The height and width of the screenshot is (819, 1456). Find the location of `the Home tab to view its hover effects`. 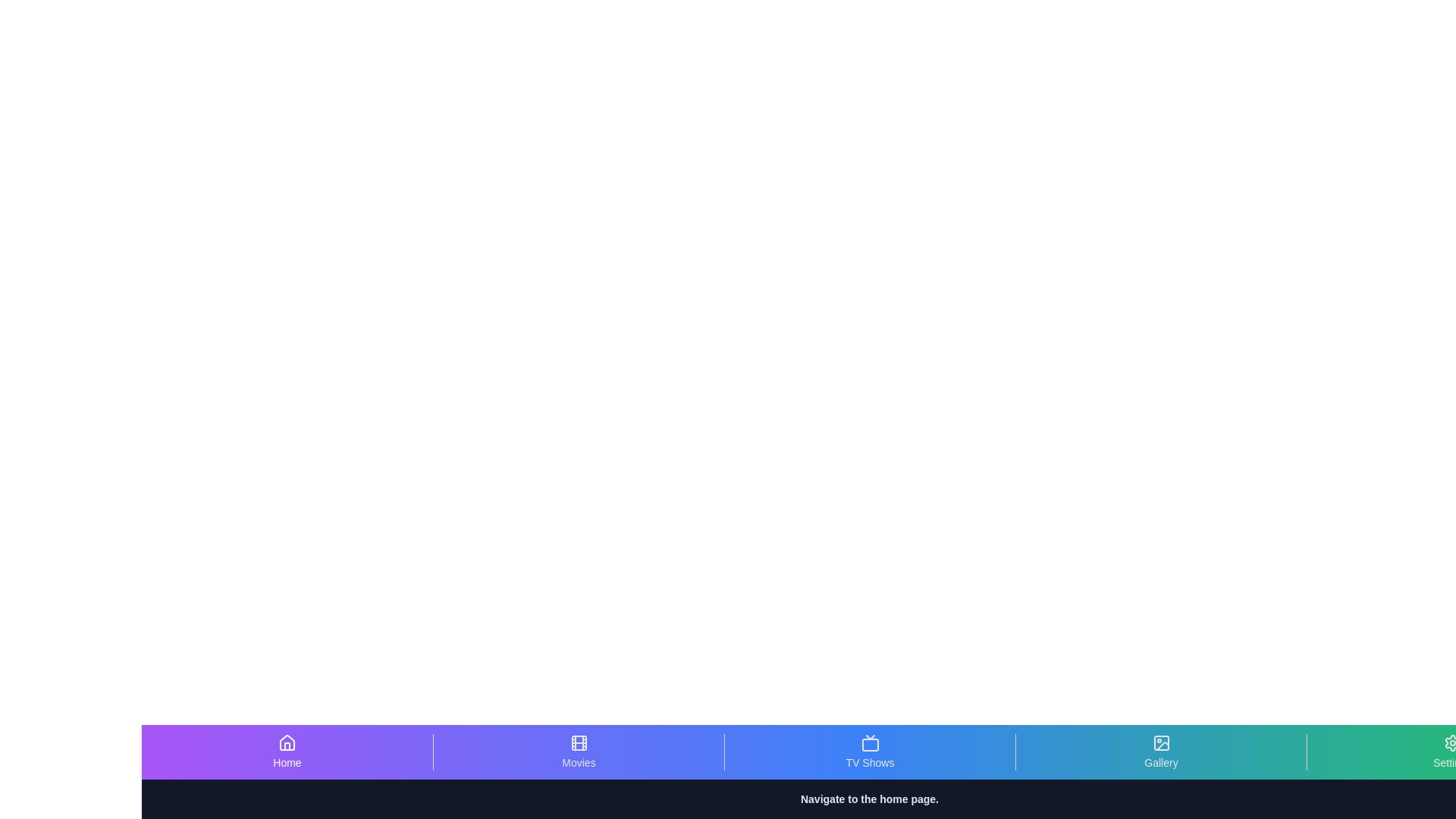

the Home tab to view its hover effects is located at coordinates (287, 752).